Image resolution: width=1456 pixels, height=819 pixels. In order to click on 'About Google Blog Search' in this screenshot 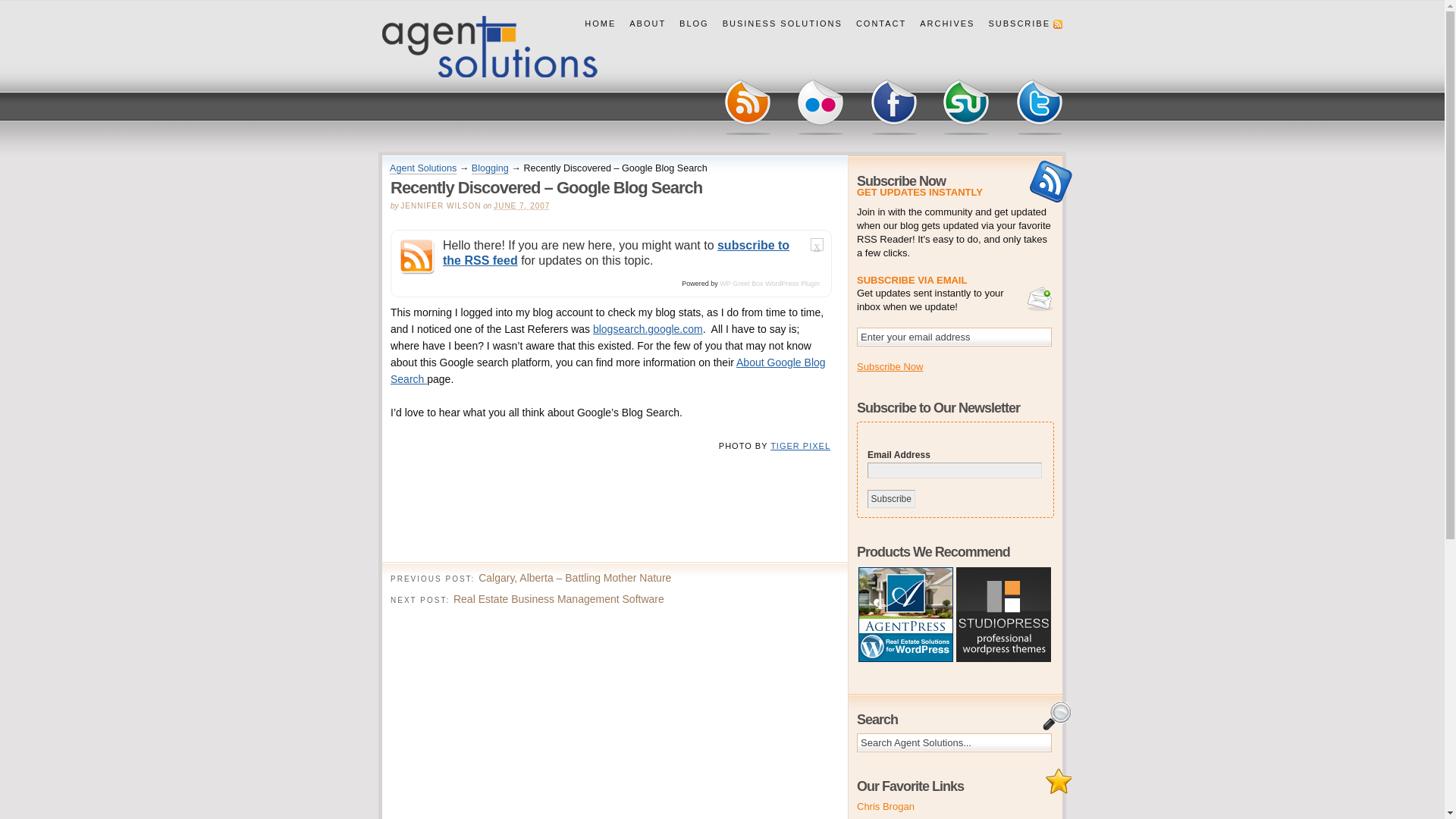, I will do `click(607, 371)`.